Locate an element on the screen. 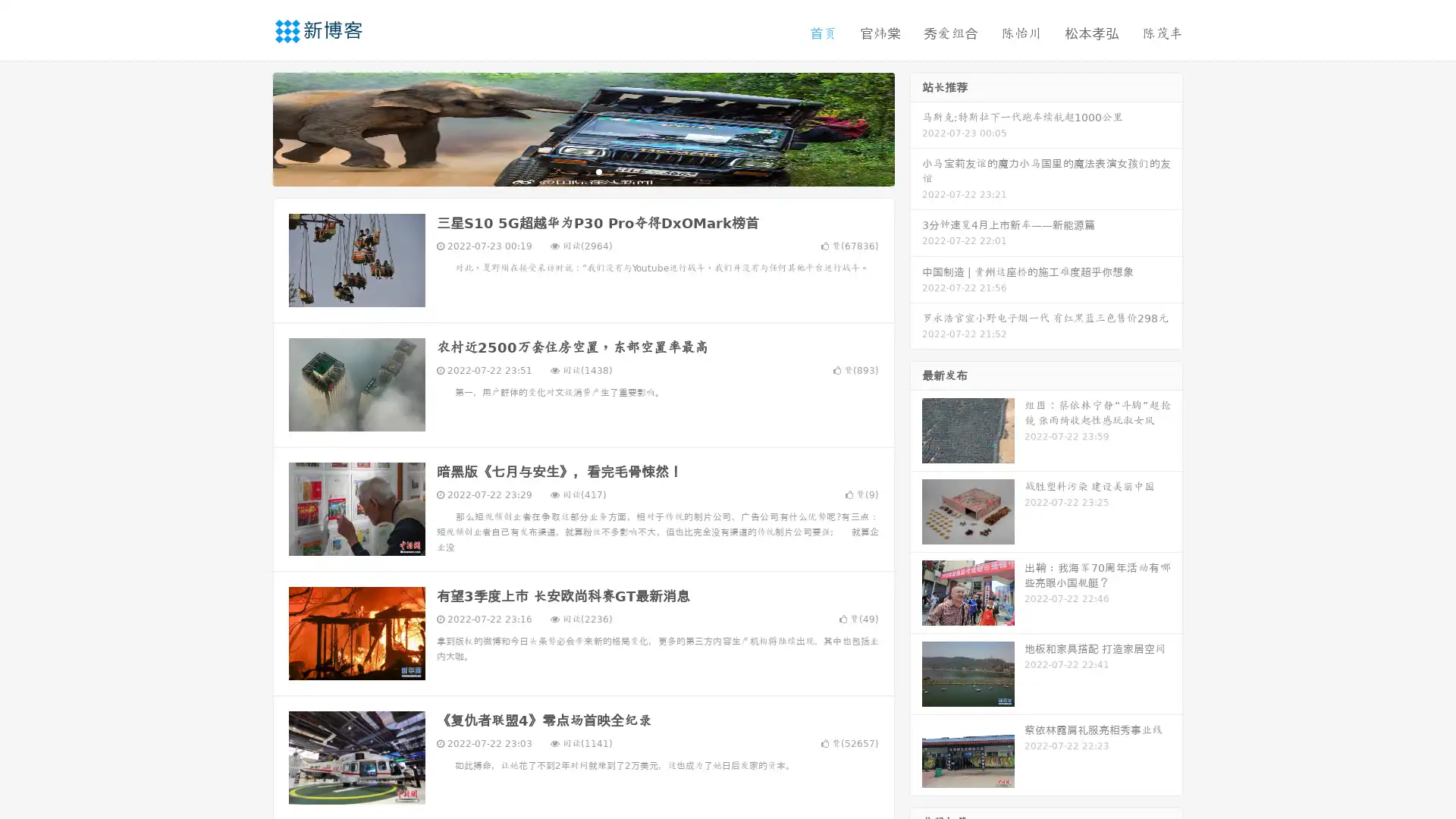  Go to slide 2 is located at coordinates (582, 171).